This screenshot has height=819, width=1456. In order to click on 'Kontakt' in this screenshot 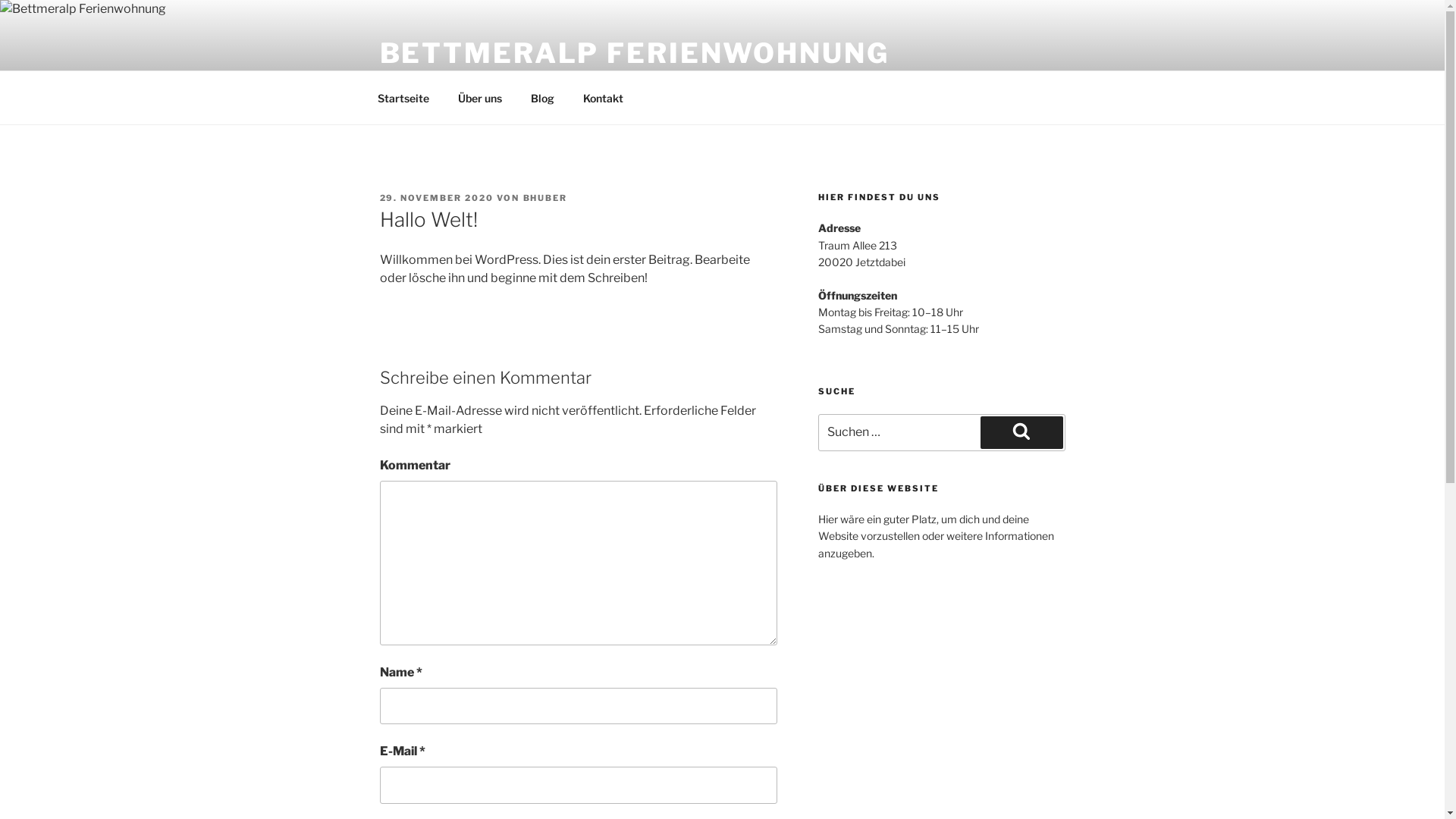, I will do `click(603, 97)`.